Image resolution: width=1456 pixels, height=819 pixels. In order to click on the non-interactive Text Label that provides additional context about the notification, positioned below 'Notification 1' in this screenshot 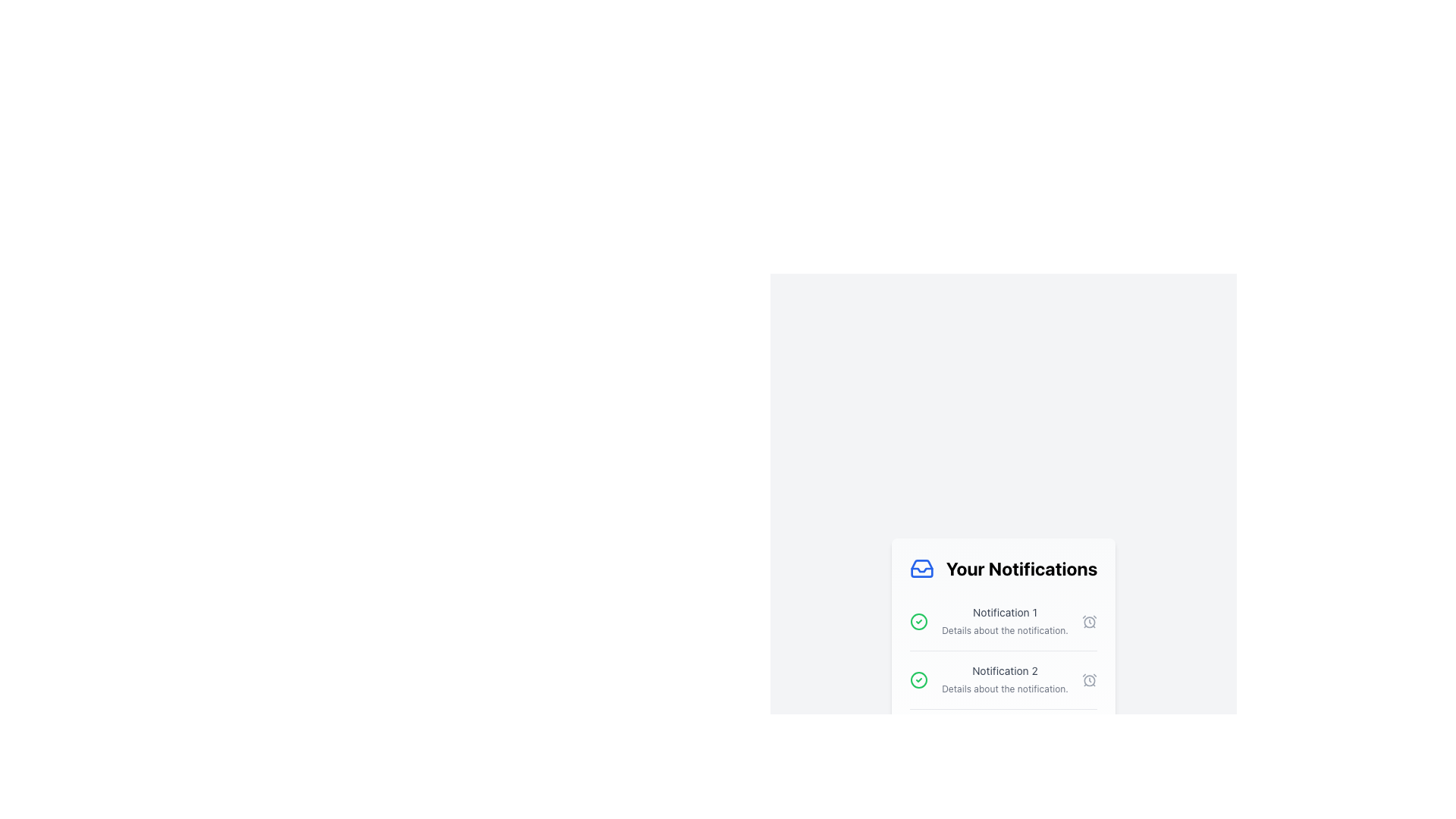, I will do `click(1005, 630)`.